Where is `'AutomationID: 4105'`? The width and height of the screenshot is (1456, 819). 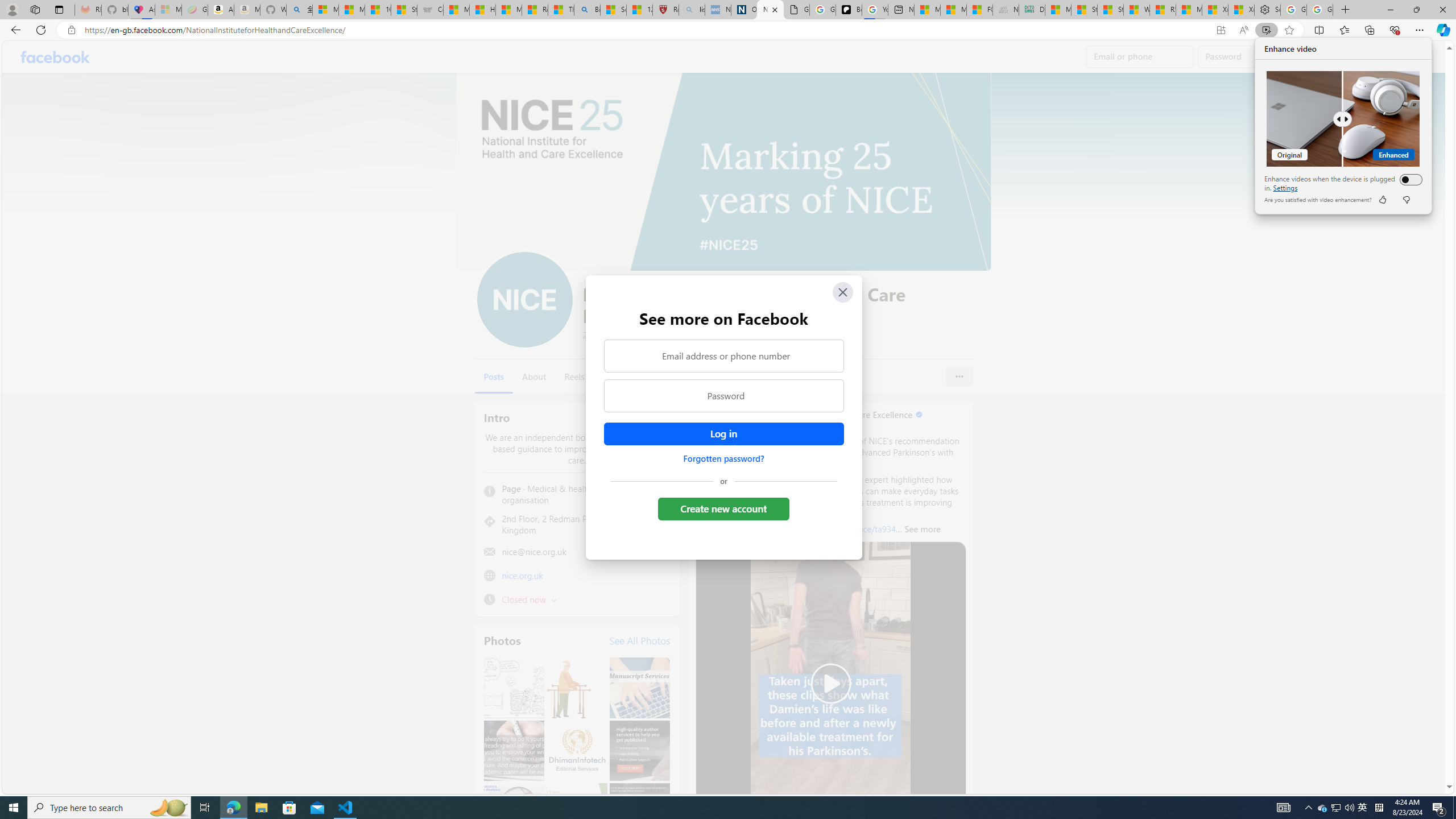
'AutomationID: 4105' is located at coordinates (1283, 806).